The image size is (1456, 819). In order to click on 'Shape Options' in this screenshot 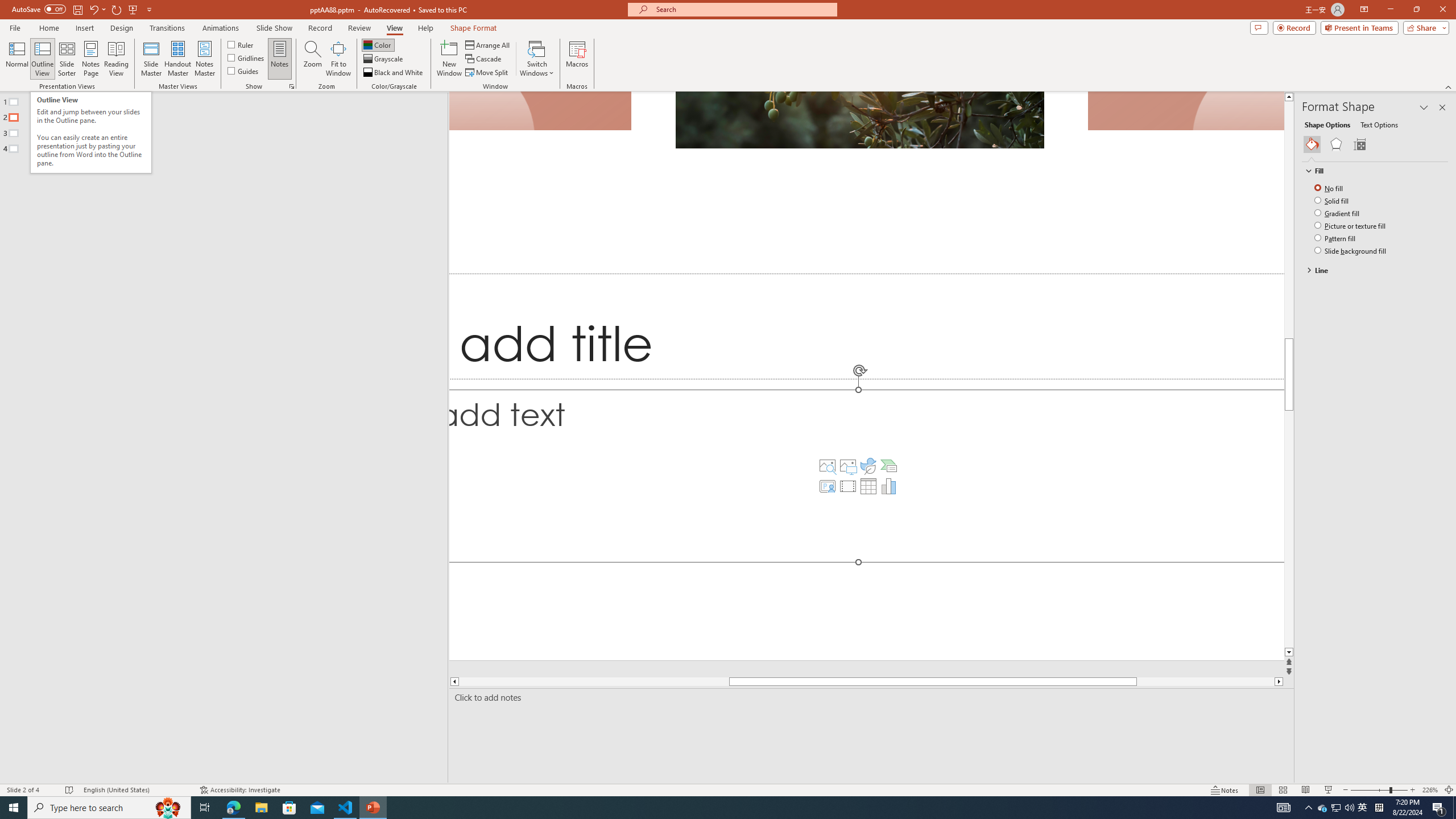, I will do `click(1327, 124)`.